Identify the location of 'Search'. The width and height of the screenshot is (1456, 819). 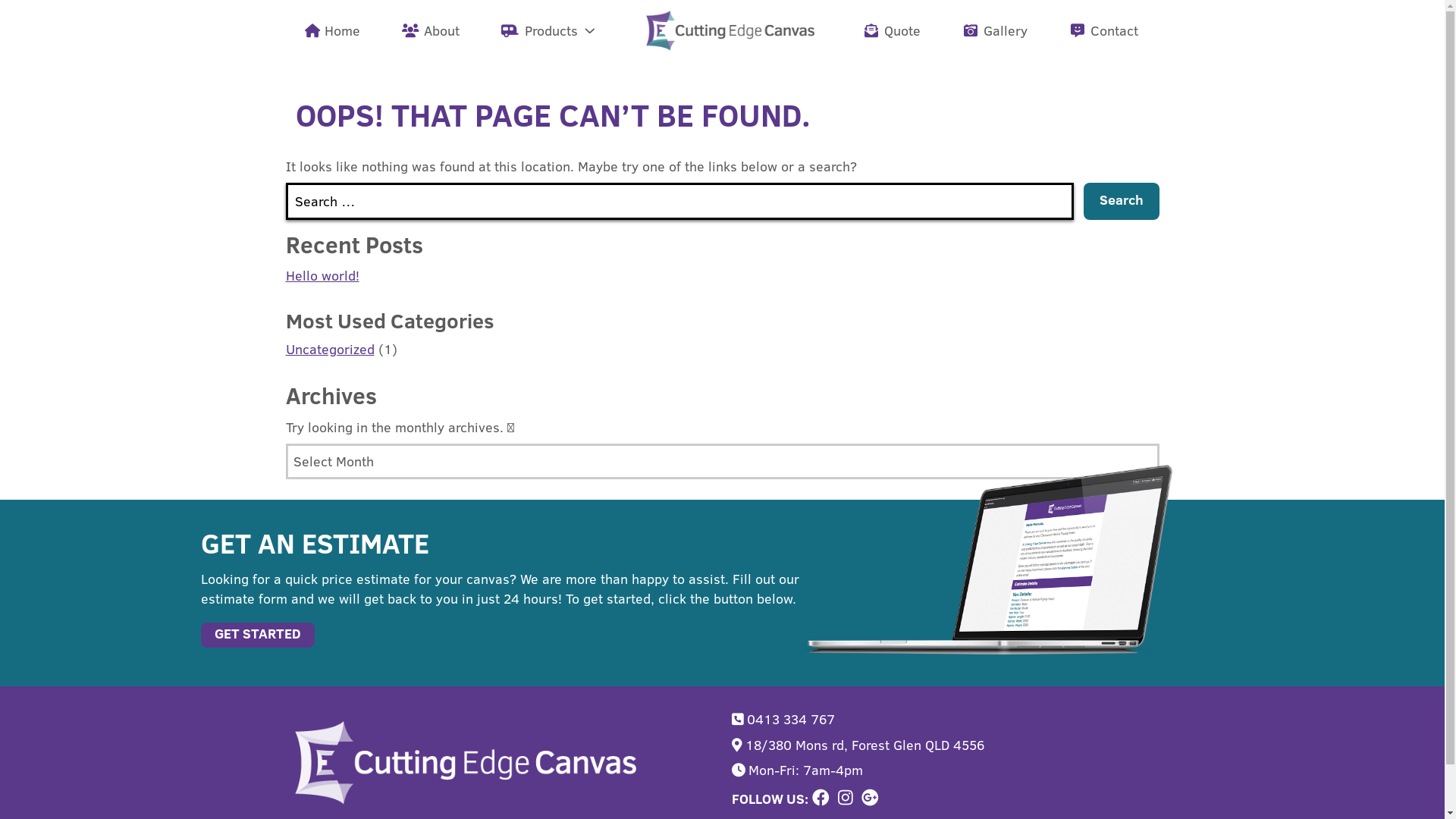
(1121, 200).